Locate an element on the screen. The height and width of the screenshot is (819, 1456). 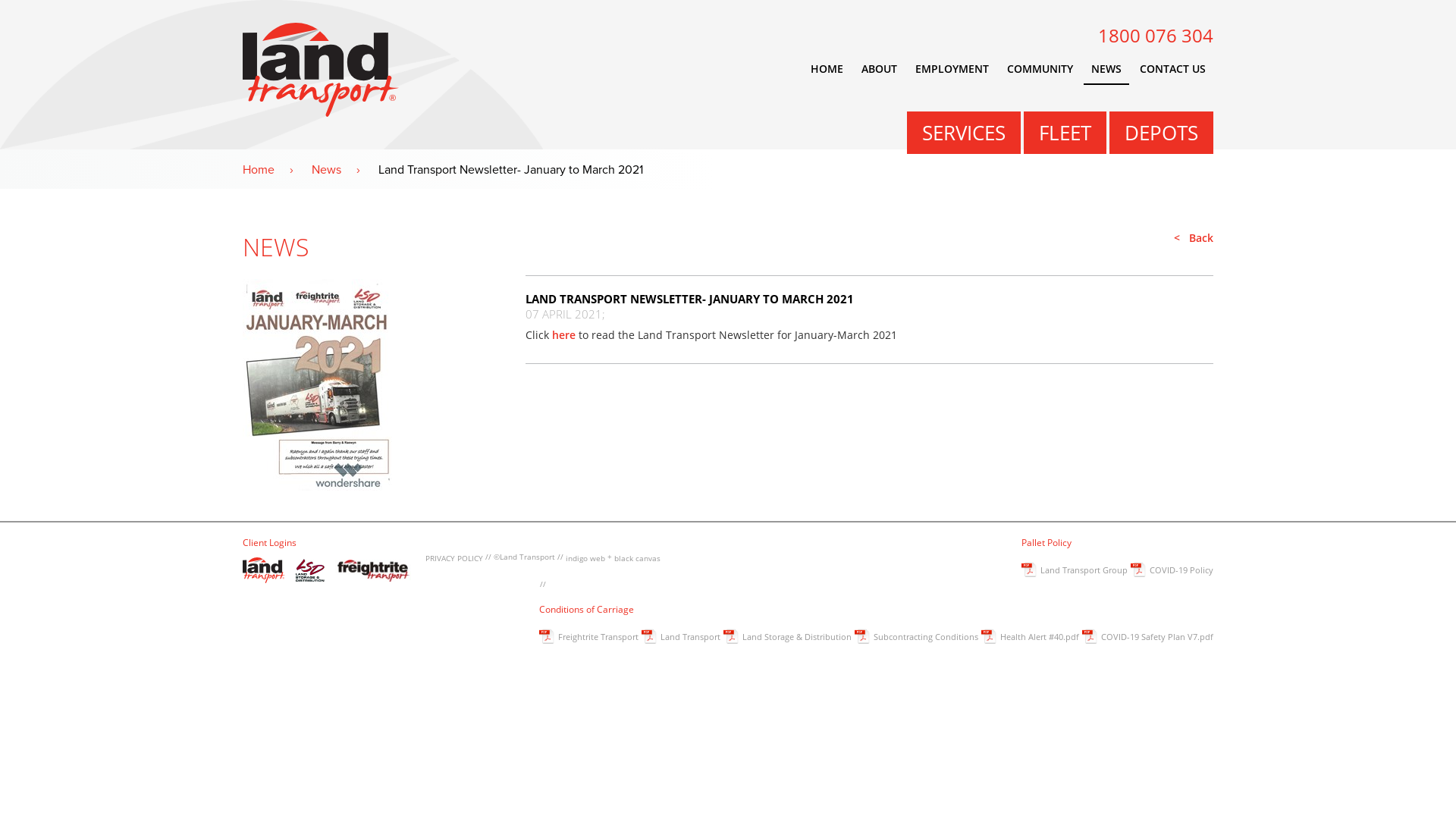
'COVID-19 Safety Plan V7.pdf' is located at coordinates (1147, 638).